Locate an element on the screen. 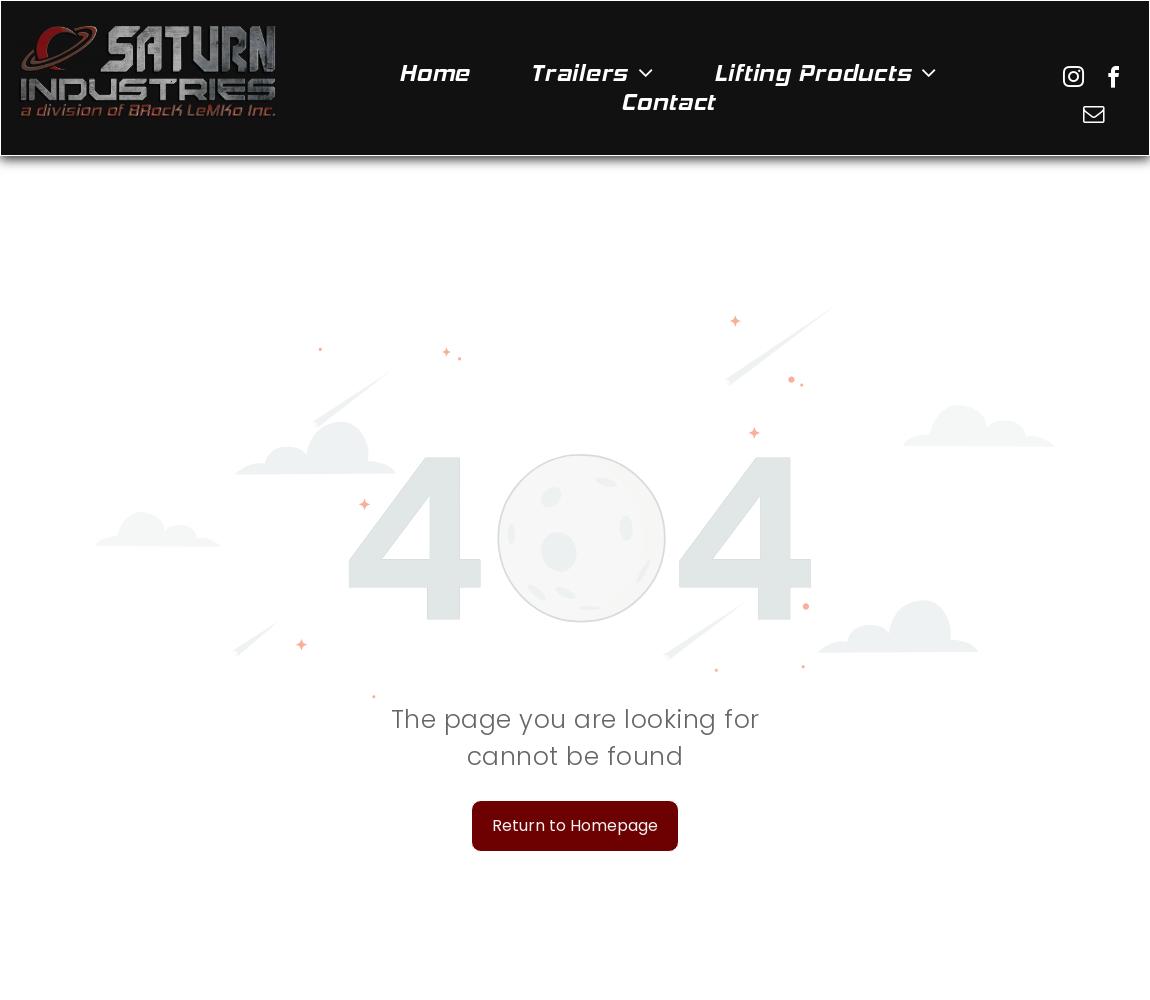 Image resolution: width=1150 pixels, height=1000 pixels. 'Gravity Tilt Trailers' is located at coordinates (612, 392).